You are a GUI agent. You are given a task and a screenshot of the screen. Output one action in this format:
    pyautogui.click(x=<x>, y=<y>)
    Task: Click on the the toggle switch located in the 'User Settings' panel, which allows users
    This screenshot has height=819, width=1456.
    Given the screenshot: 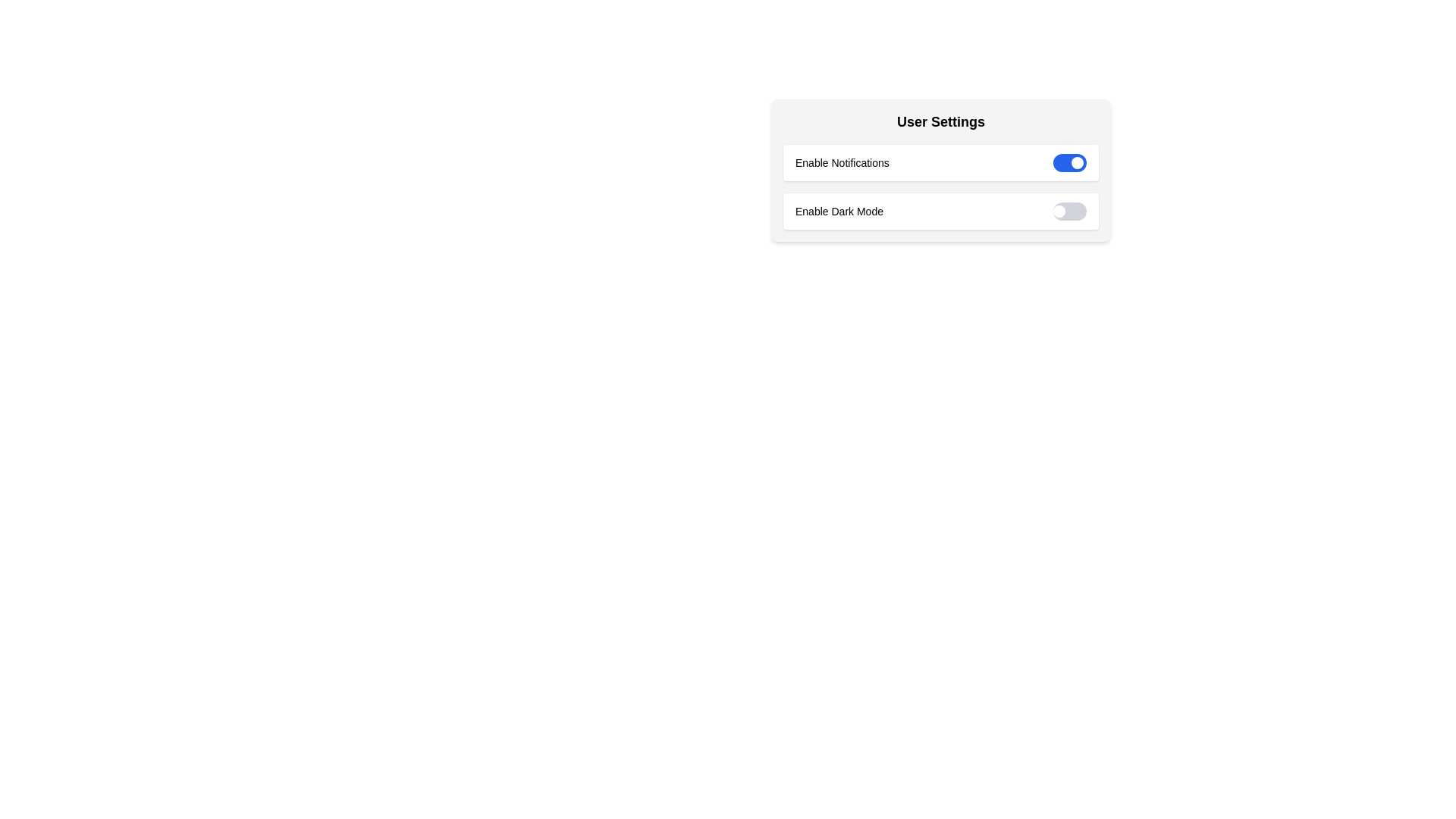 What is the action you would take?
    pyautogui.click(x=940, y=186)
    